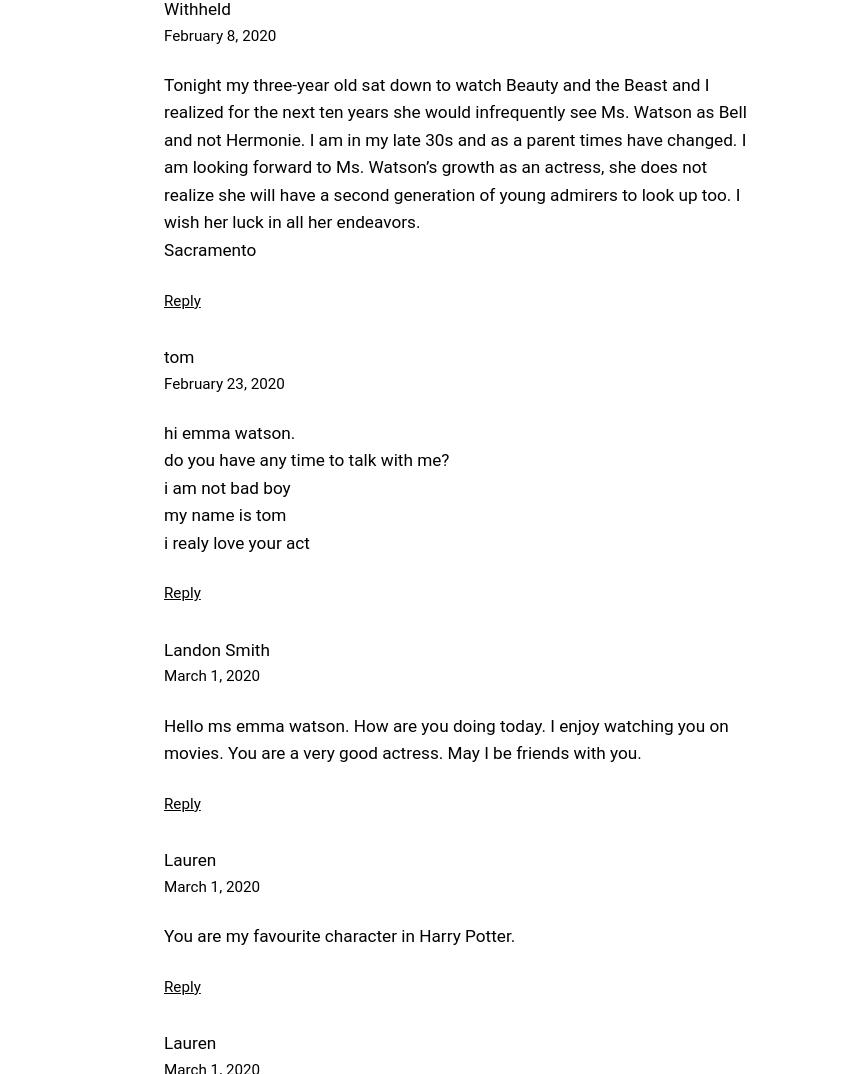  What do you see at coordinates (163, 249) in the screenshot?
I see `'Sacramento'` at bounding box center [163, 249].